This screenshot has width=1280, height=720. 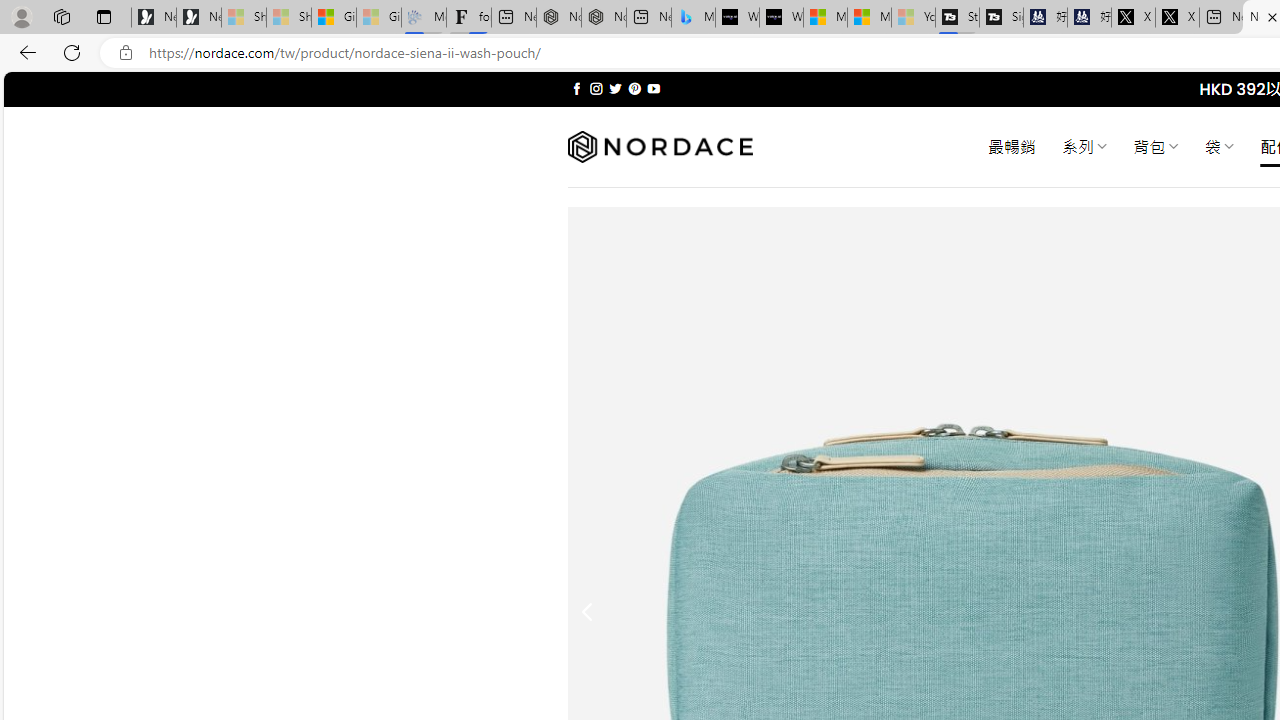 What do you see at coordinates (603, 17) in the screenshot?
I see `'Nordace - #1 Japanese Best-Seller - Siena Smart Backpack'` at bounding box center [603, 17].